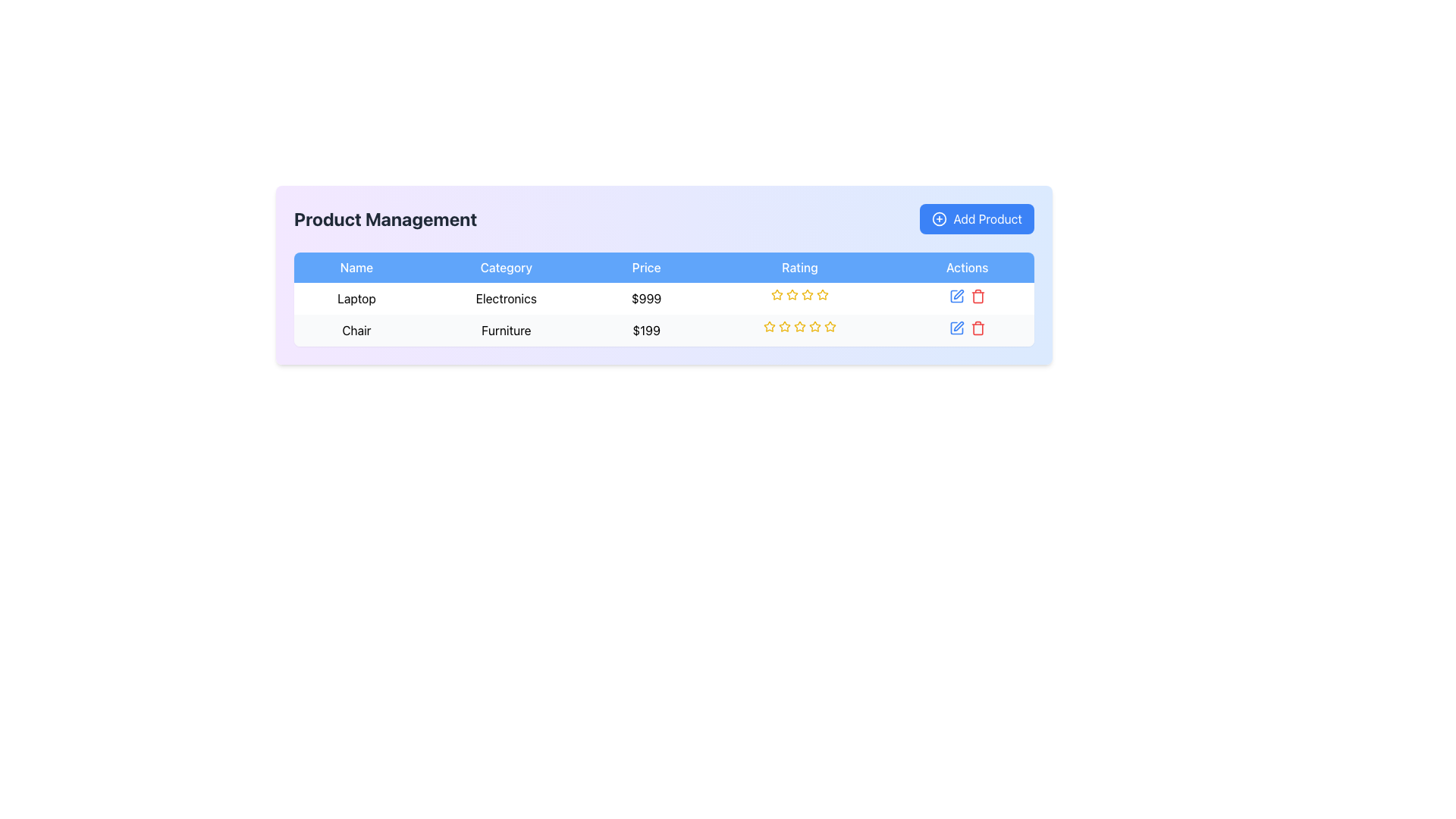 Image resolution: width=1456 pixels, height=819 pixels. Describe the element at coordinates (792, 294) in the screenshot. I see `the first yellow star icon in the 5-star rating system for the Laptop product, located in the leftmost position of the Rating column` at that location.